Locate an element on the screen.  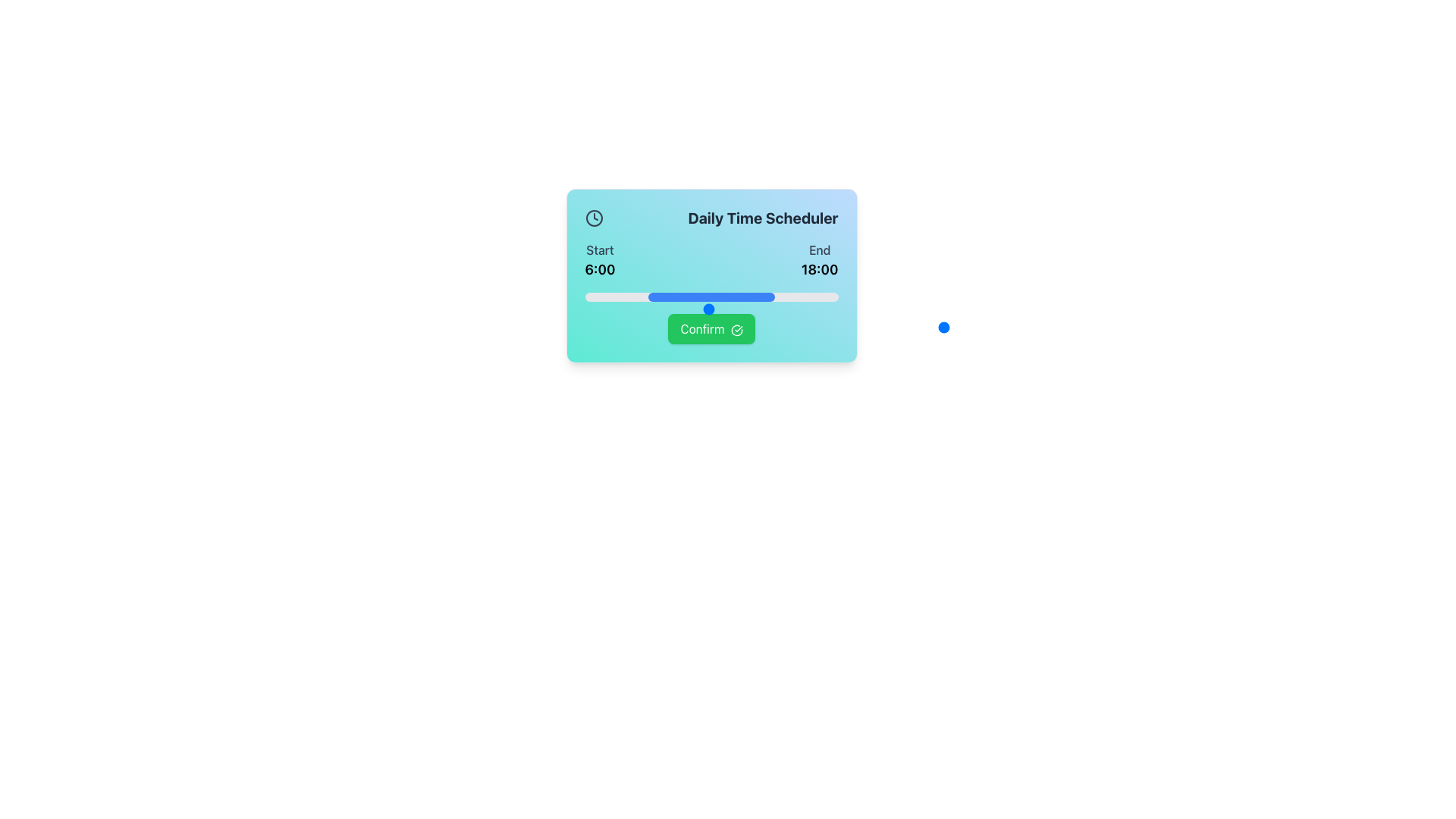
the time value is located at coordinates (584, 309).